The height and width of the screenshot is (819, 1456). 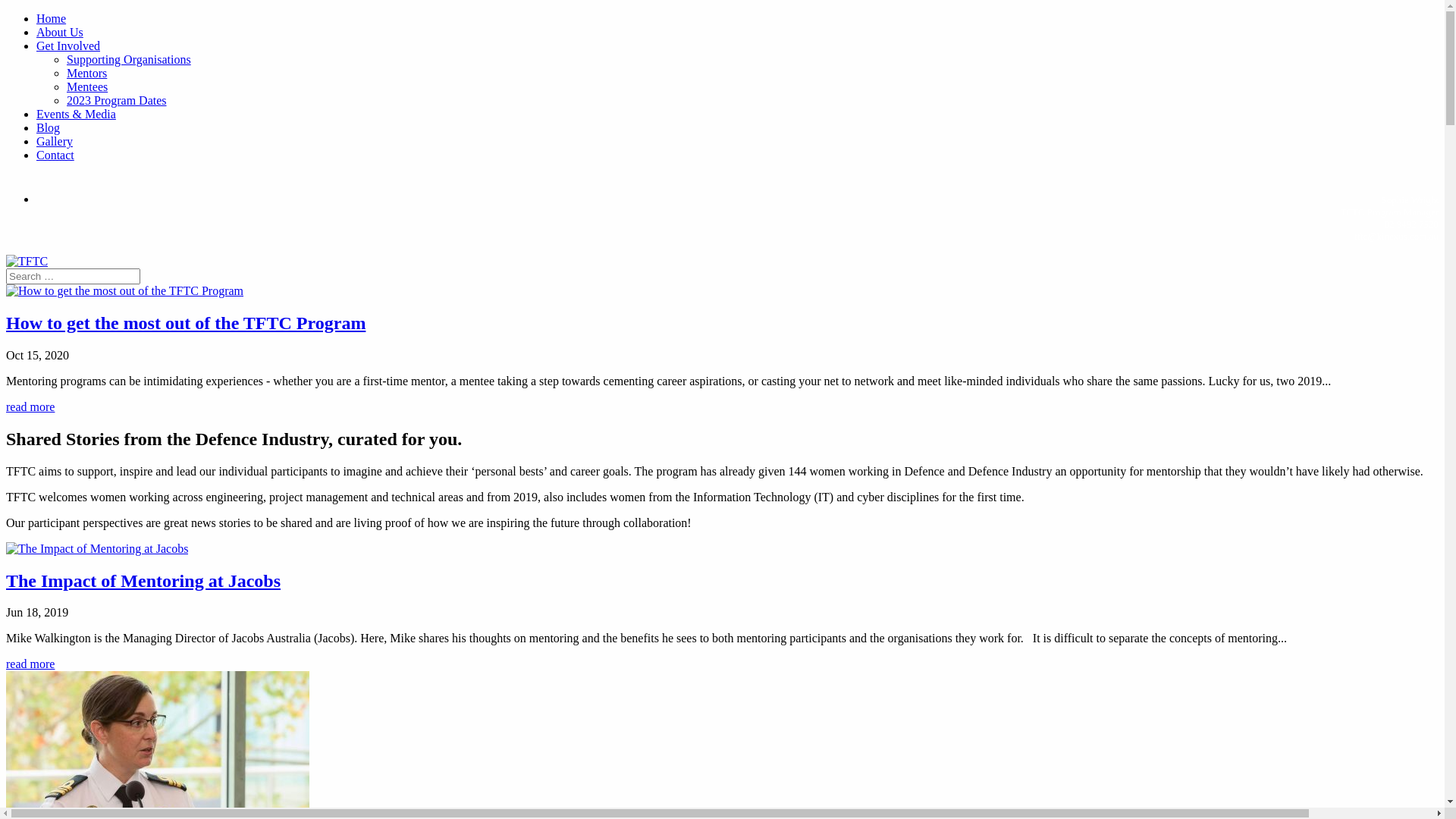 I want to click on 'The Impact of Mentoring at Jacobs', so click(x=6, y=580).